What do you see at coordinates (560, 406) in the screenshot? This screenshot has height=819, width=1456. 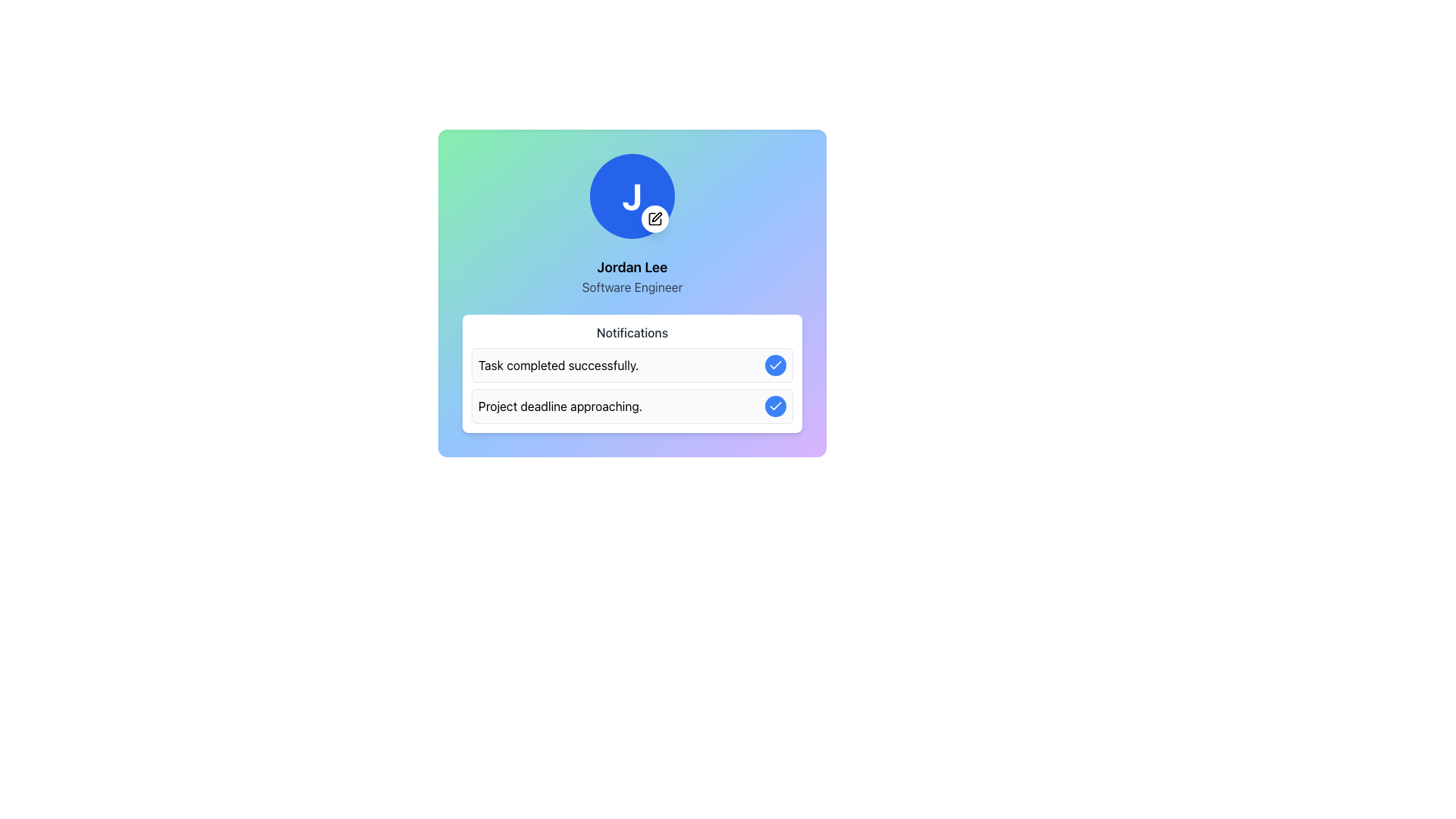 I see `the text label that displays 'Project deadline approaching.' within the notification card, which has a light gray background and rounded edges` at bounding box center [560, 406].